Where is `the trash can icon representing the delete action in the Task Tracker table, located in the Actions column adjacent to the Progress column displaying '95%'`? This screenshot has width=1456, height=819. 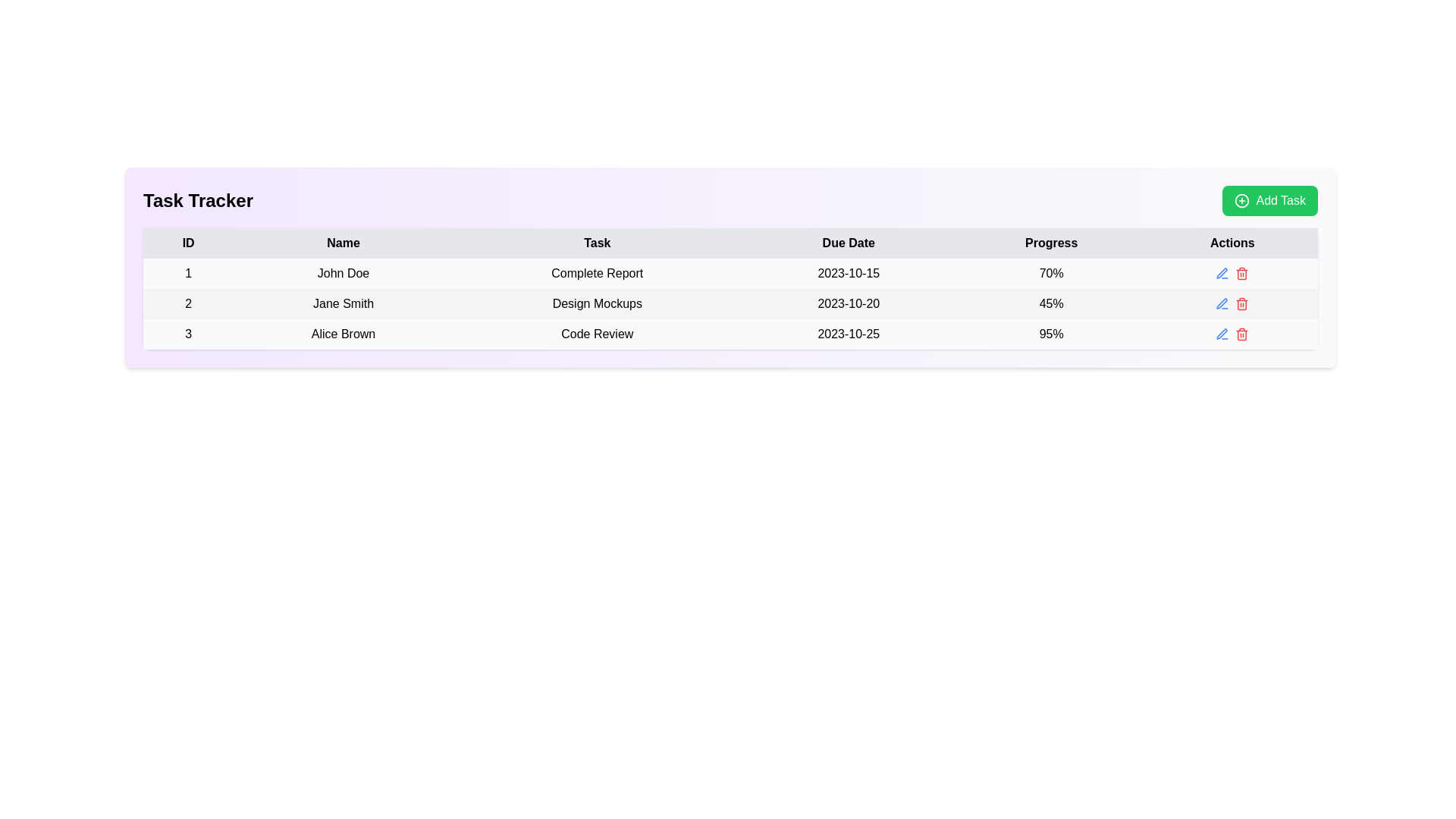 the trash can icon representing the delete action in the Task Tracker table, located in the Actions column adjacent to the Progress column displaying '95%' is located at coordinates (1242, 275).